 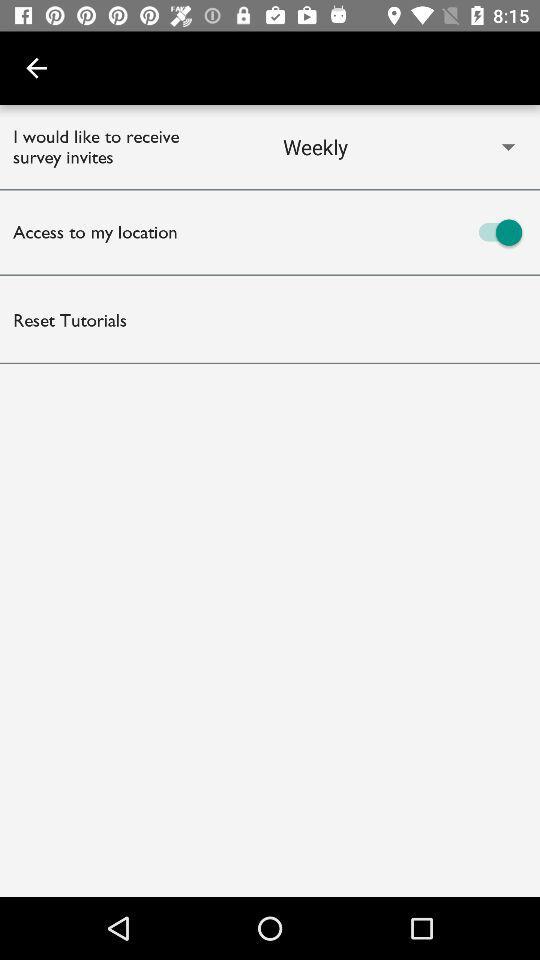 What do you see at coordinates (405, 232) in the screenshot?
I see `click the my location` at bounding box center [405, 232].